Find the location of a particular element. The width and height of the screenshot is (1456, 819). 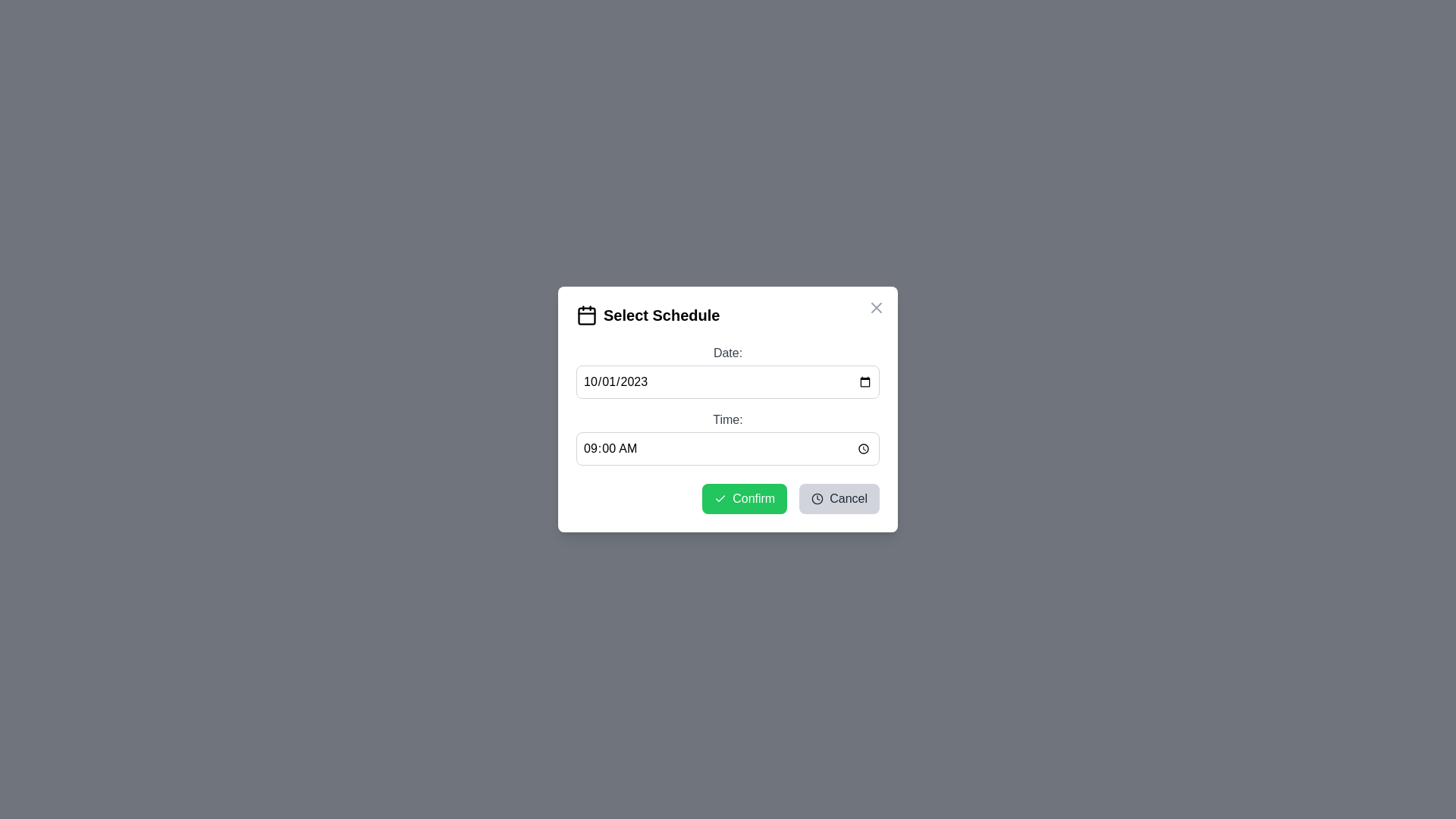

the dialog's background overlay to close the dialog is located at coordinates (728, 409).